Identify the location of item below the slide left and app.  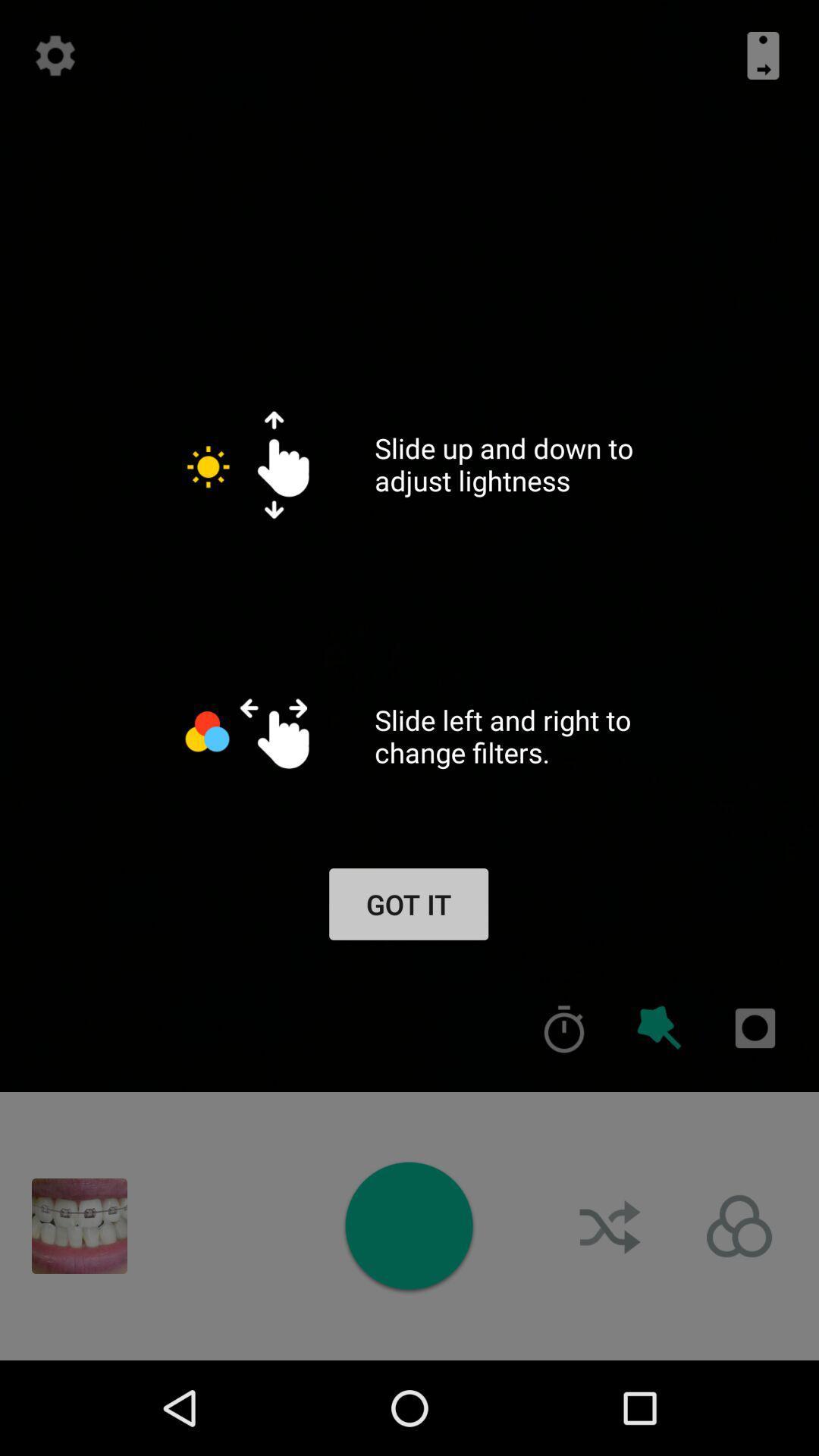
(659, 1028).